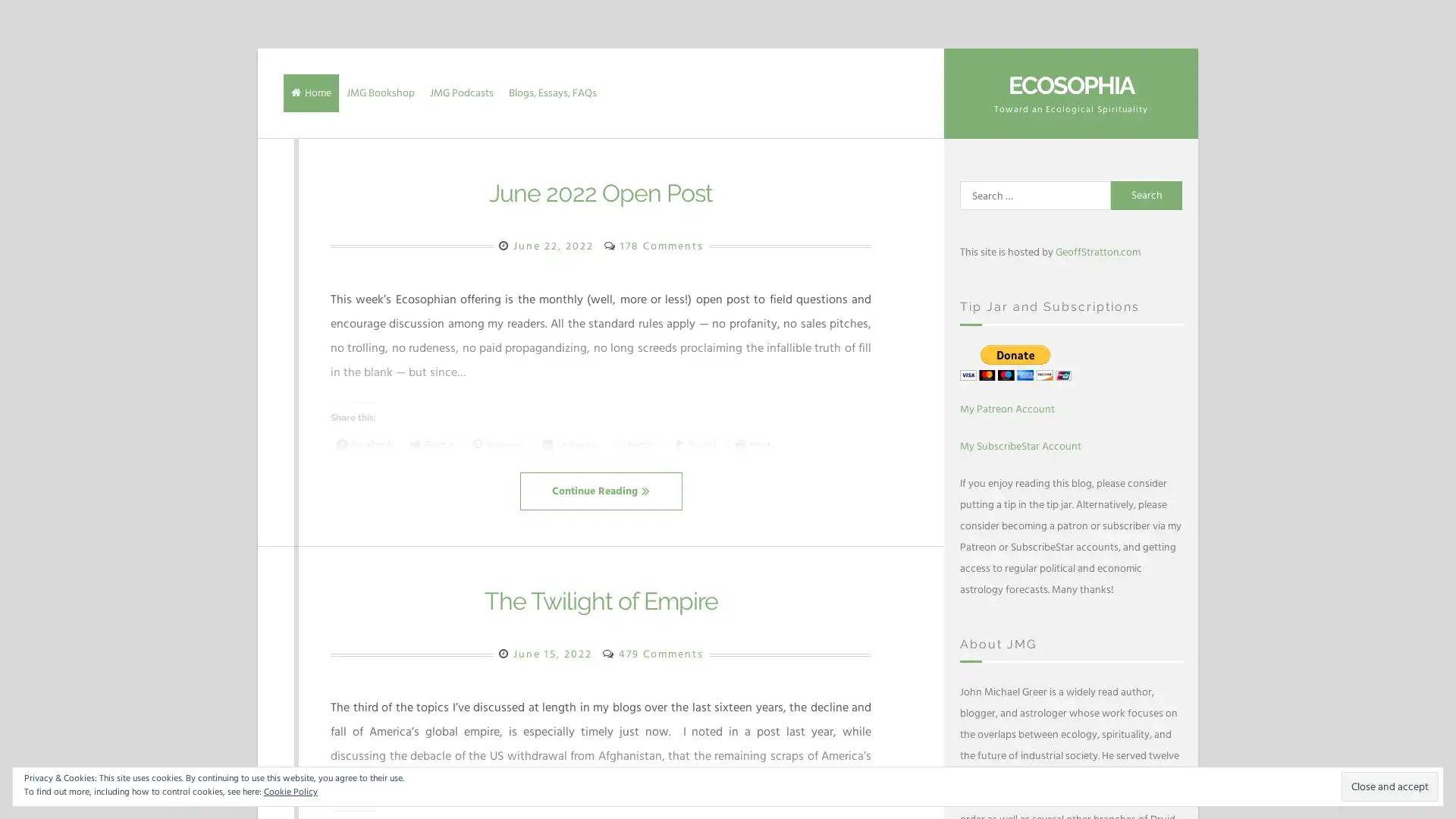  I want to click on PayPal - The safer, easier way to pay online!, so click(1015, 362).